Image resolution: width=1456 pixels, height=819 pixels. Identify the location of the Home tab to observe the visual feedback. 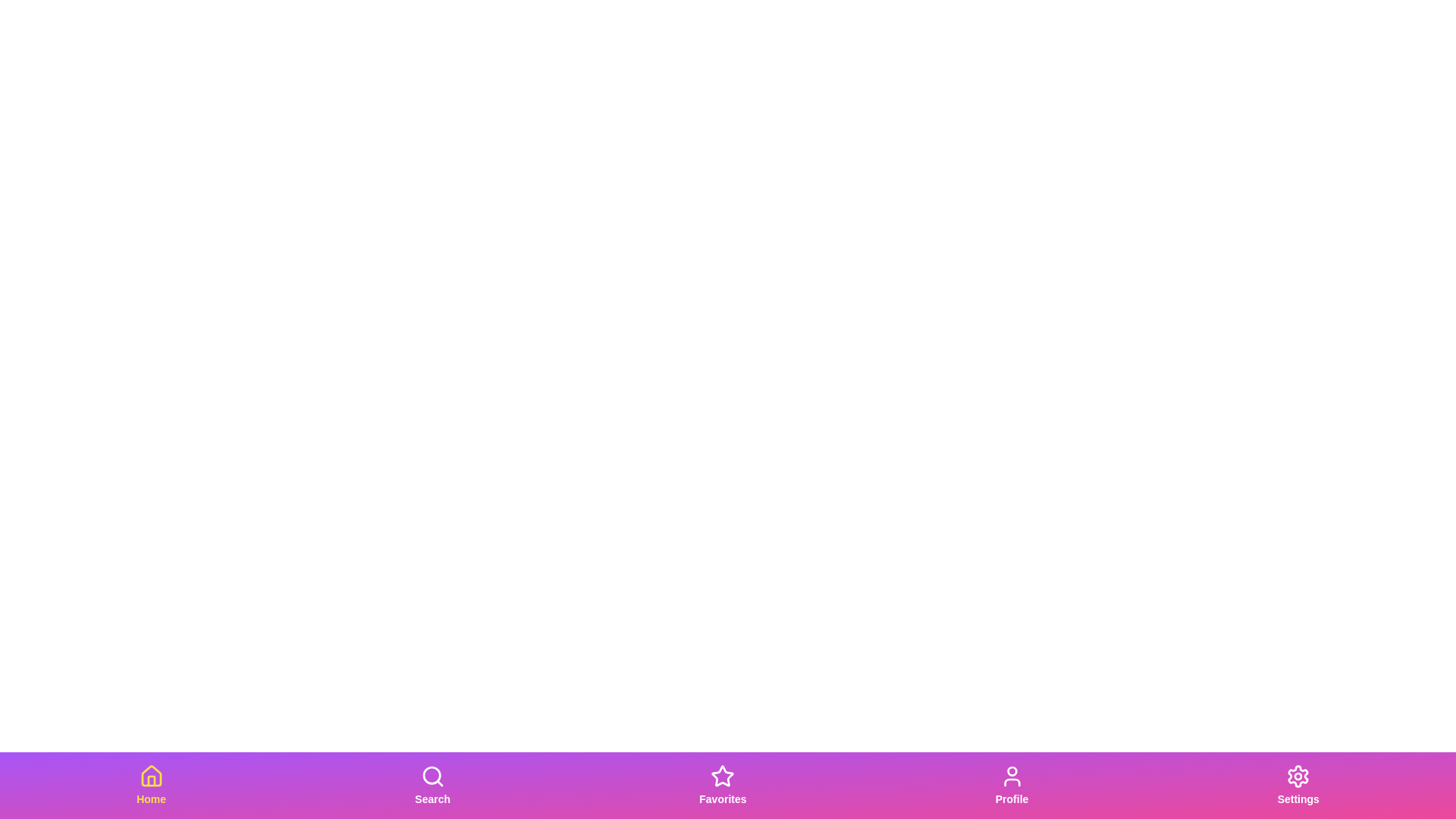
(150, 785).